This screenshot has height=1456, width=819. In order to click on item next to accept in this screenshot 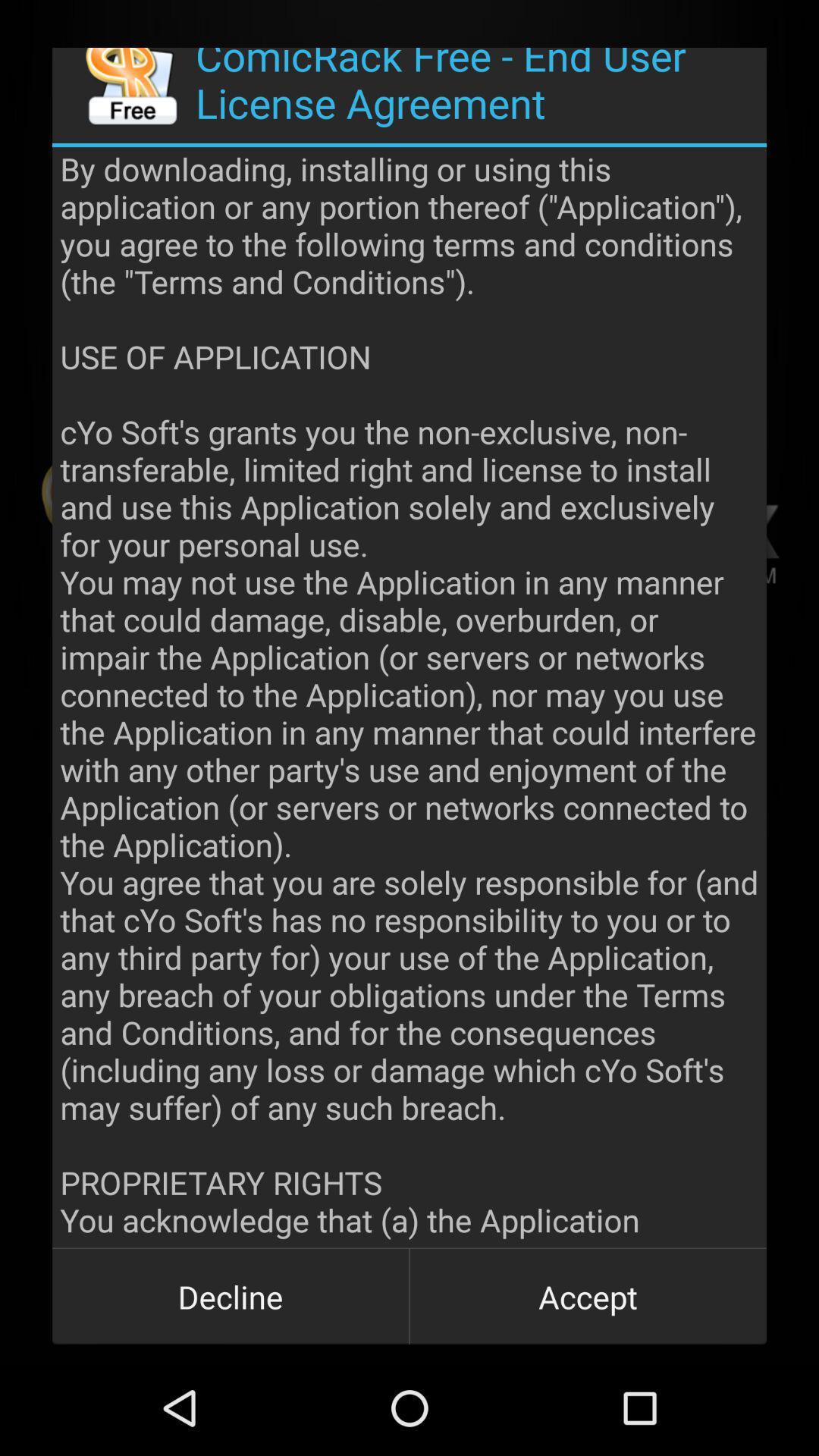, I will do `click(231, 1295)`.